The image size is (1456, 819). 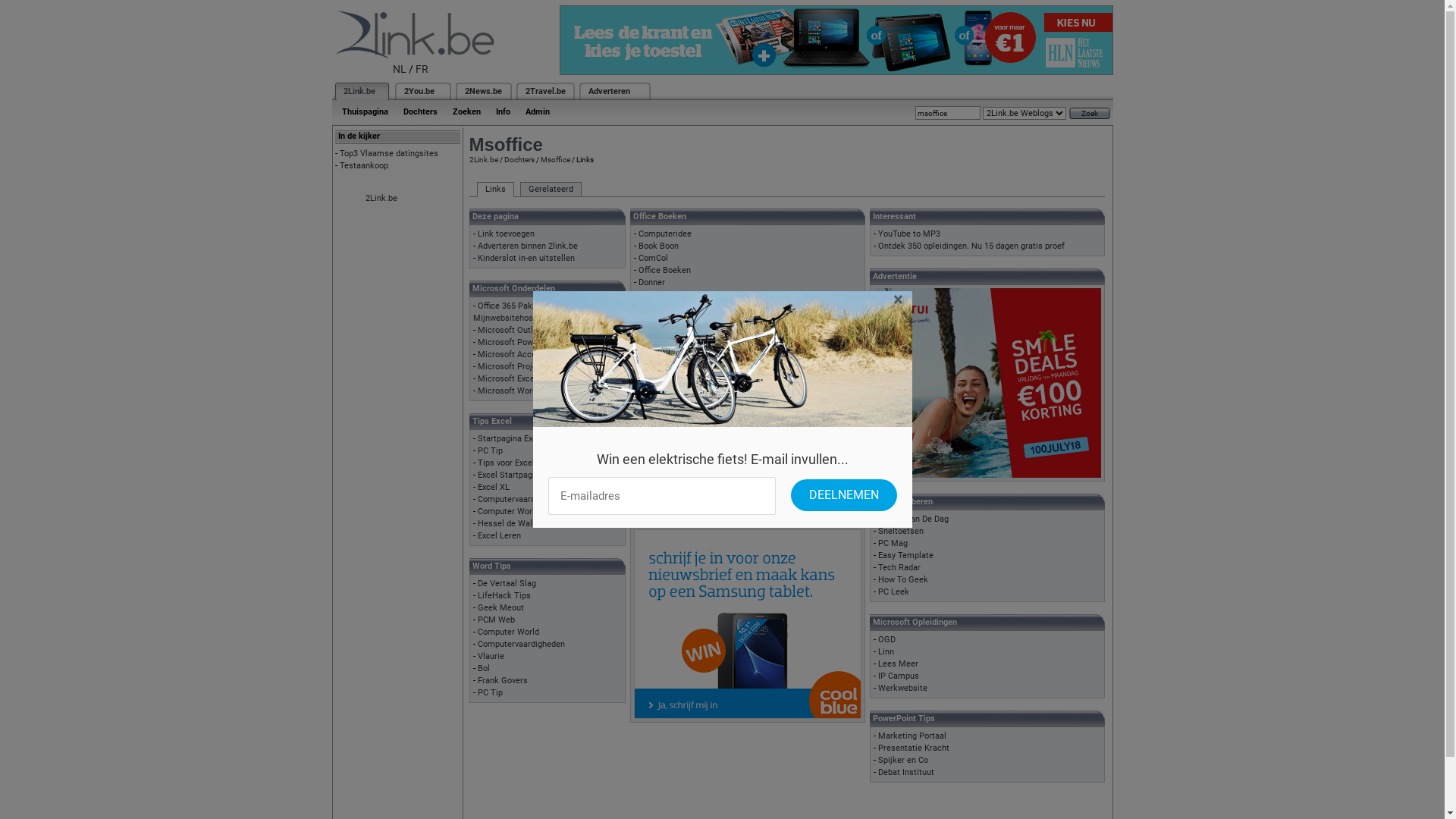 What do you see at coordinates (500, 607) in the screenshot?
I see `'Geek Meout'` at bounding box center [500, 607].